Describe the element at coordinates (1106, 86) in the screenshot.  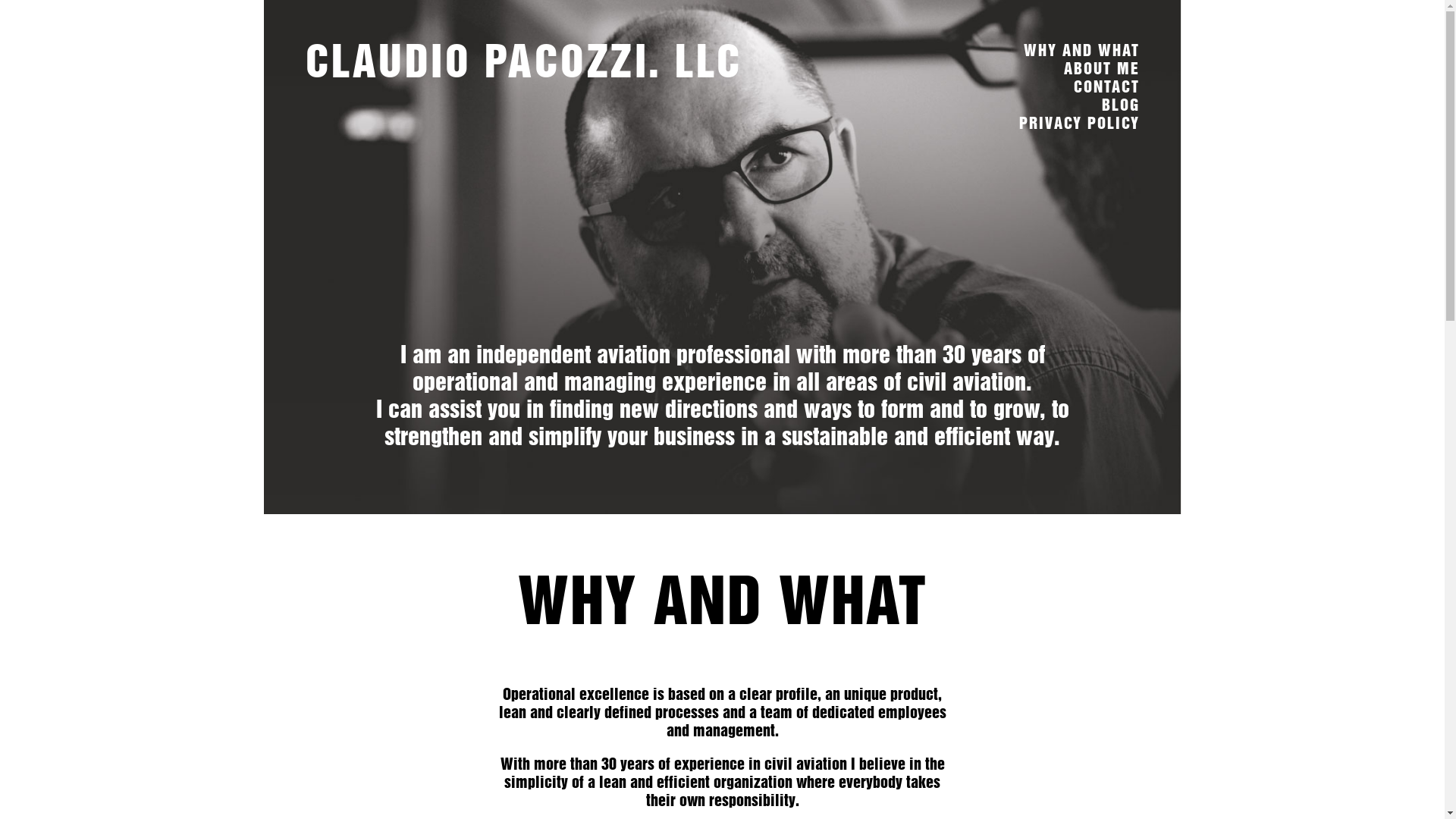
I see `'CONTACT'` at that location.